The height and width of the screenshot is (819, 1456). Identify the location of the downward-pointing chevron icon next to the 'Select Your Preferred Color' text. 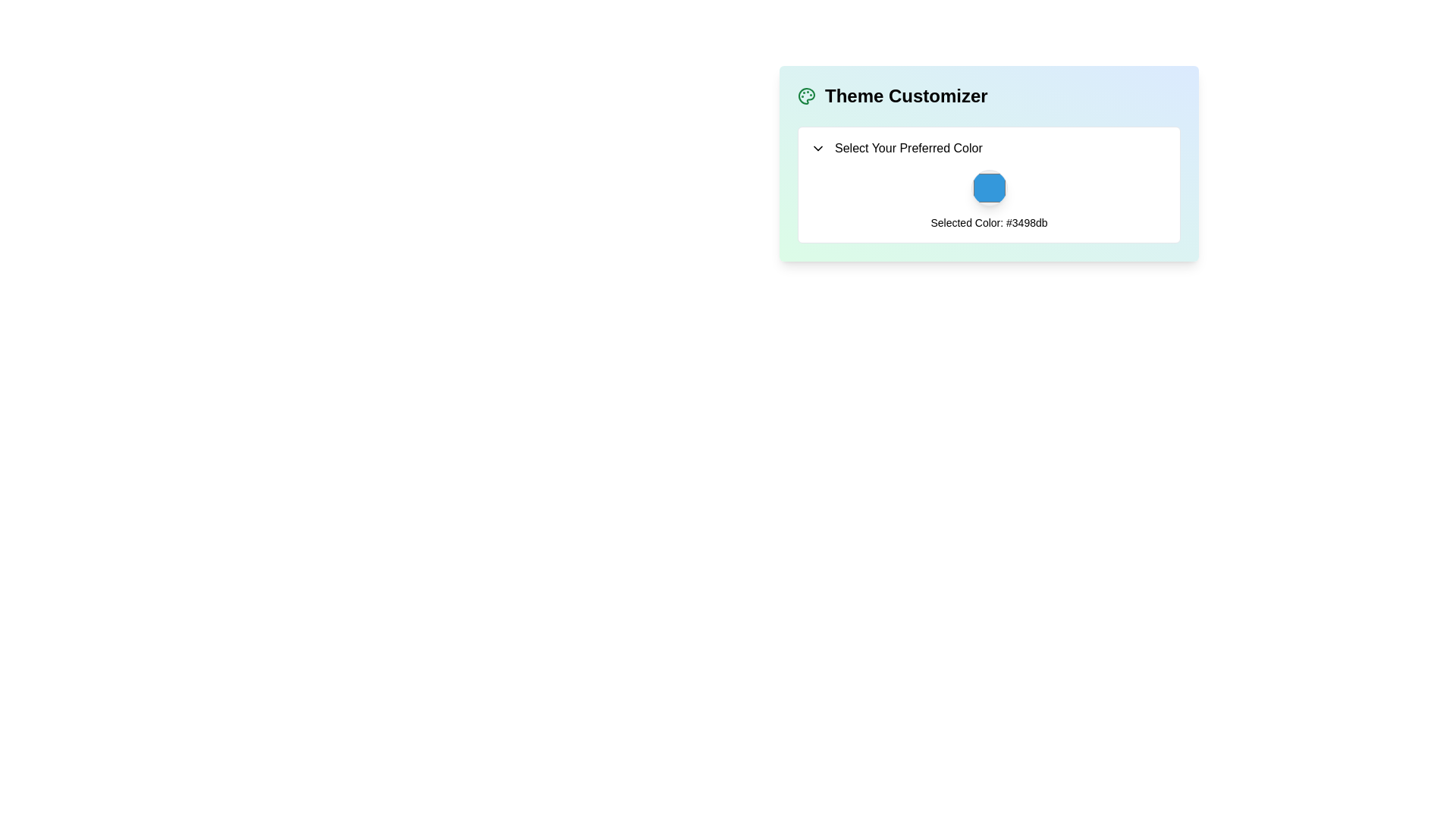
(817, 149).